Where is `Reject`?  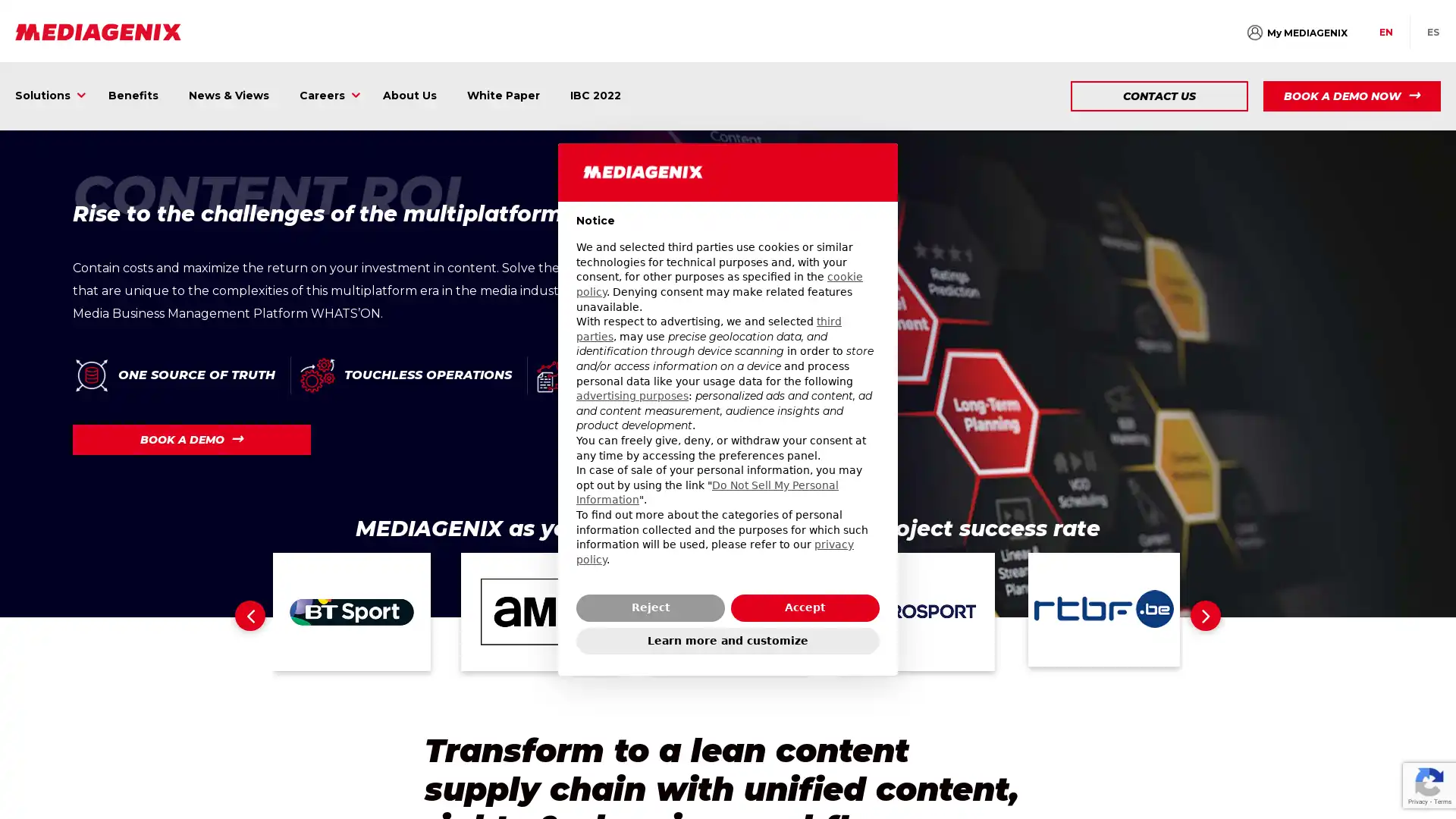
Reject is located at coordinates (651, 607).